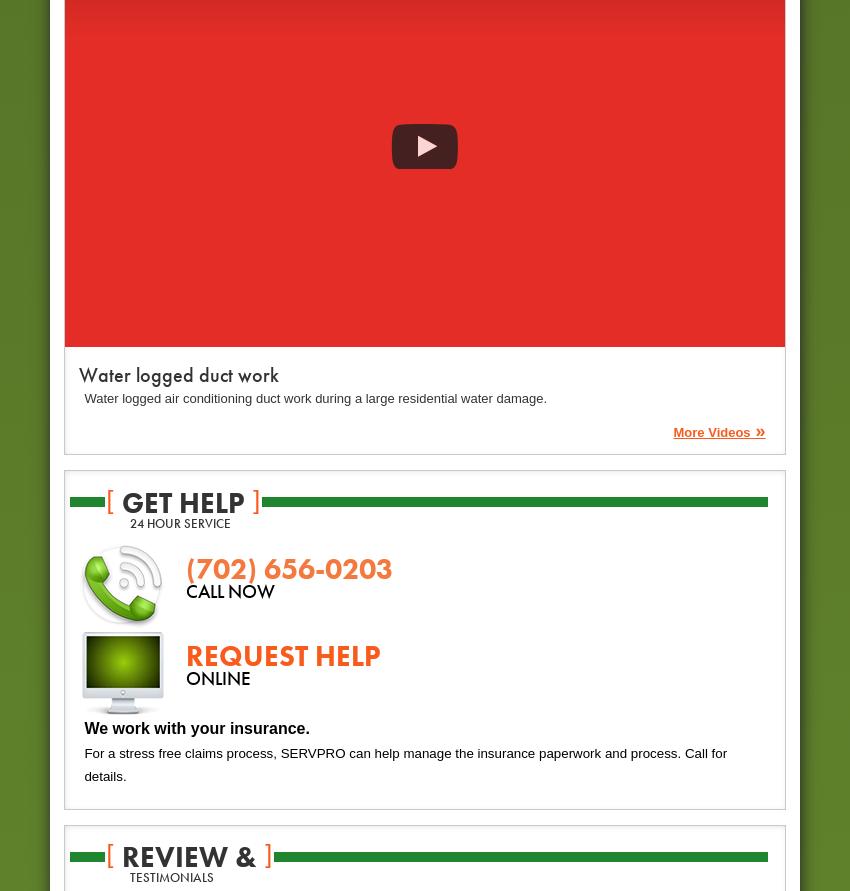 The image size is (850, 891). I want to click on '24 hour service', so click(178, 521).